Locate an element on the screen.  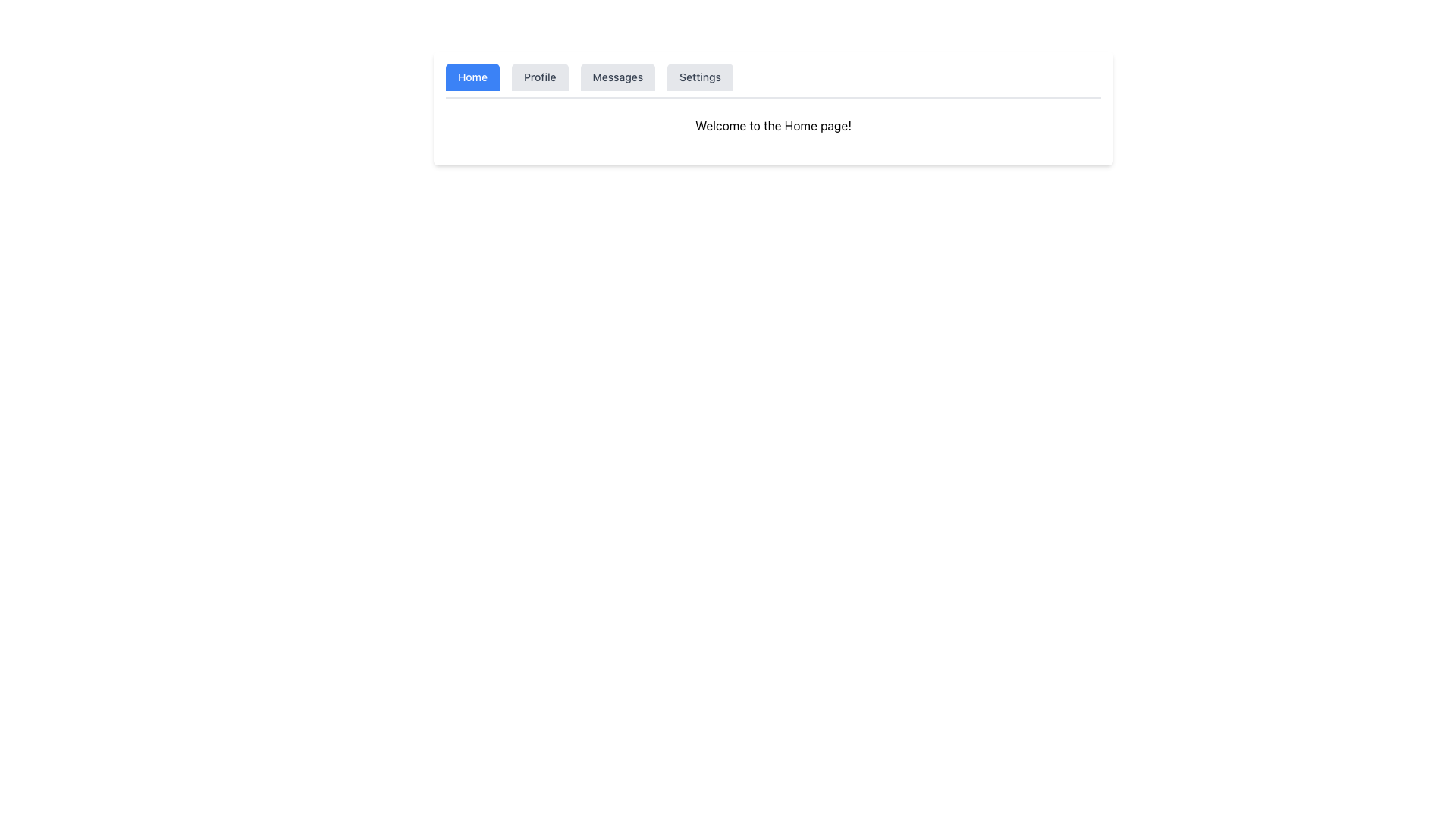
the 'Settings' button located in the top center navigation bar, which has a gray background and rounded corners is located at coordinates (699, 77).